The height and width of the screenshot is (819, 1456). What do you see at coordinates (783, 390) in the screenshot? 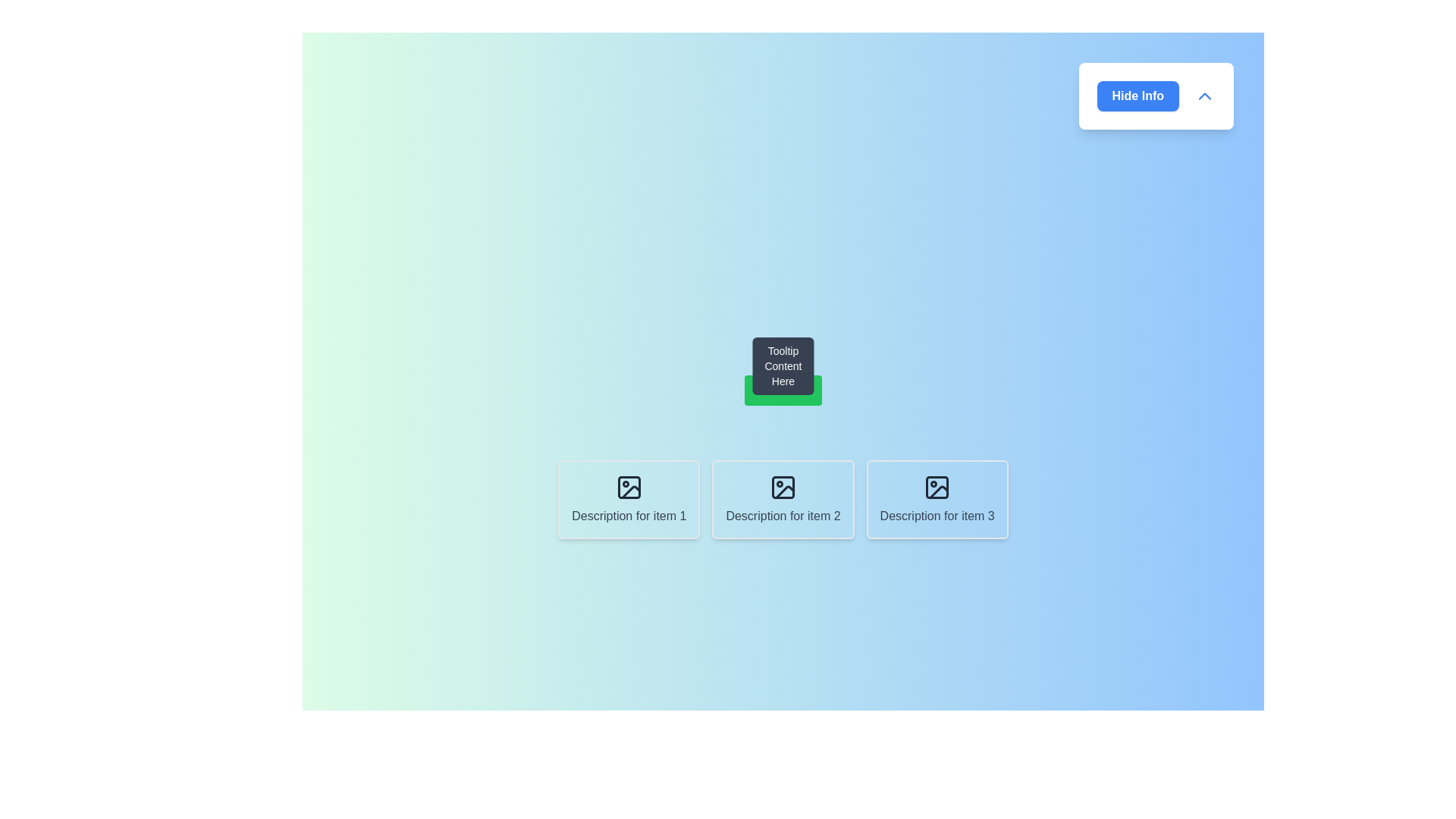
I see `the standalone button located in the central upper part of the interface` at bounding box center [783, 390].